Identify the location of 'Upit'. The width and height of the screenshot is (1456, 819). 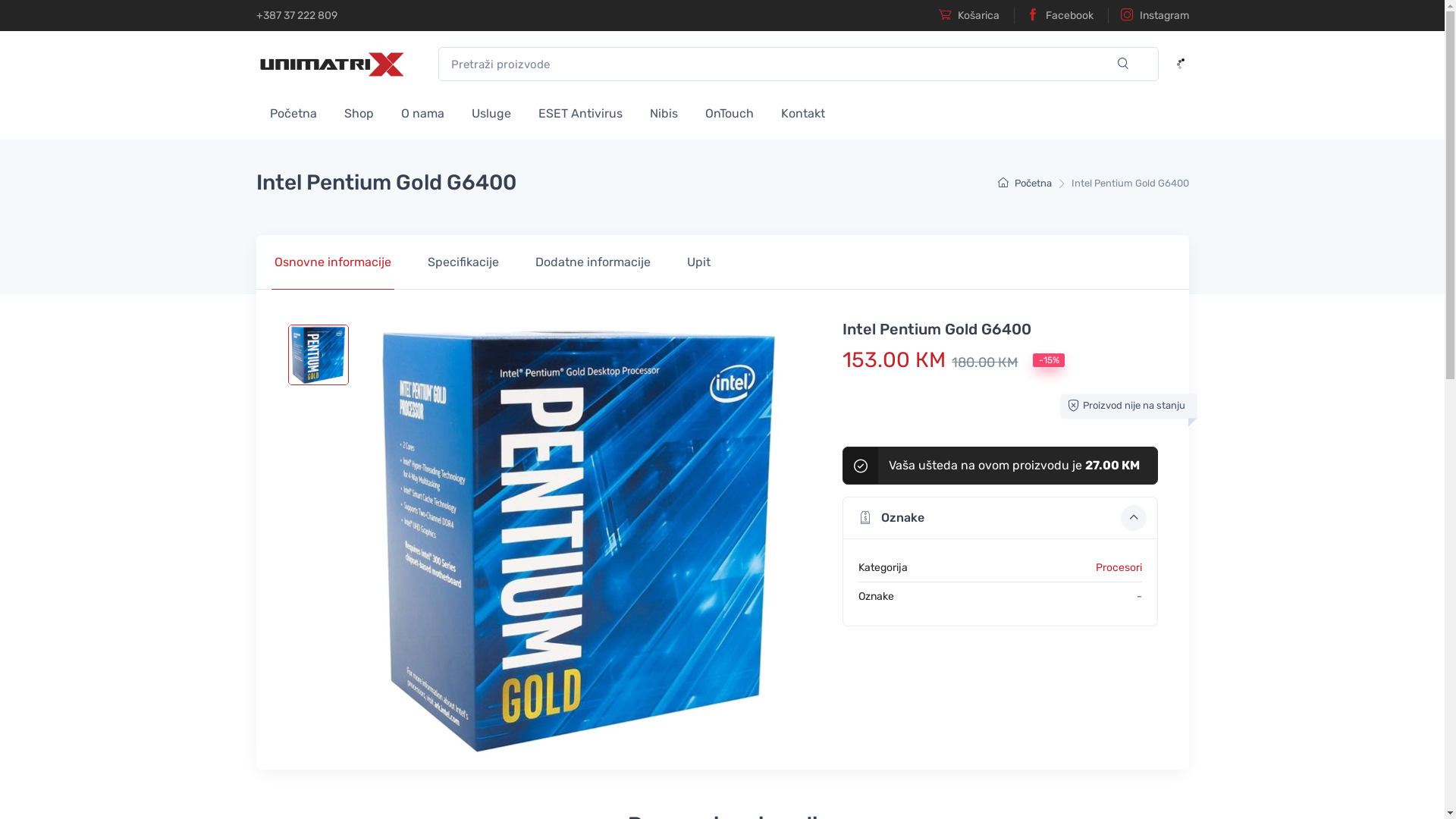
(698, 262).